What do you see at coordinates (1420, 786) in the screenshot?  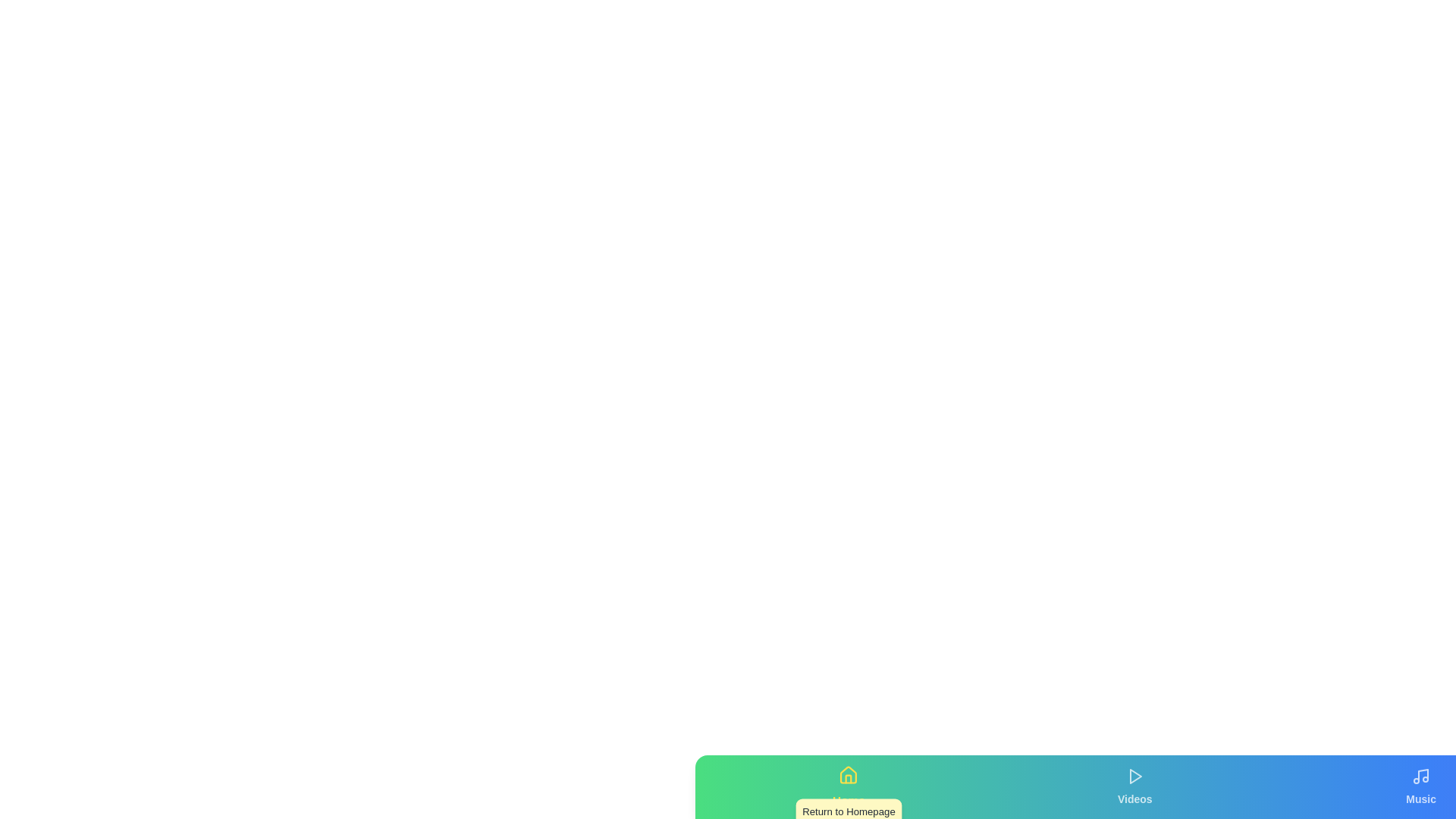 I see `the tab labeled Music to navigate to its related content` at bounding box center [1420, 786].